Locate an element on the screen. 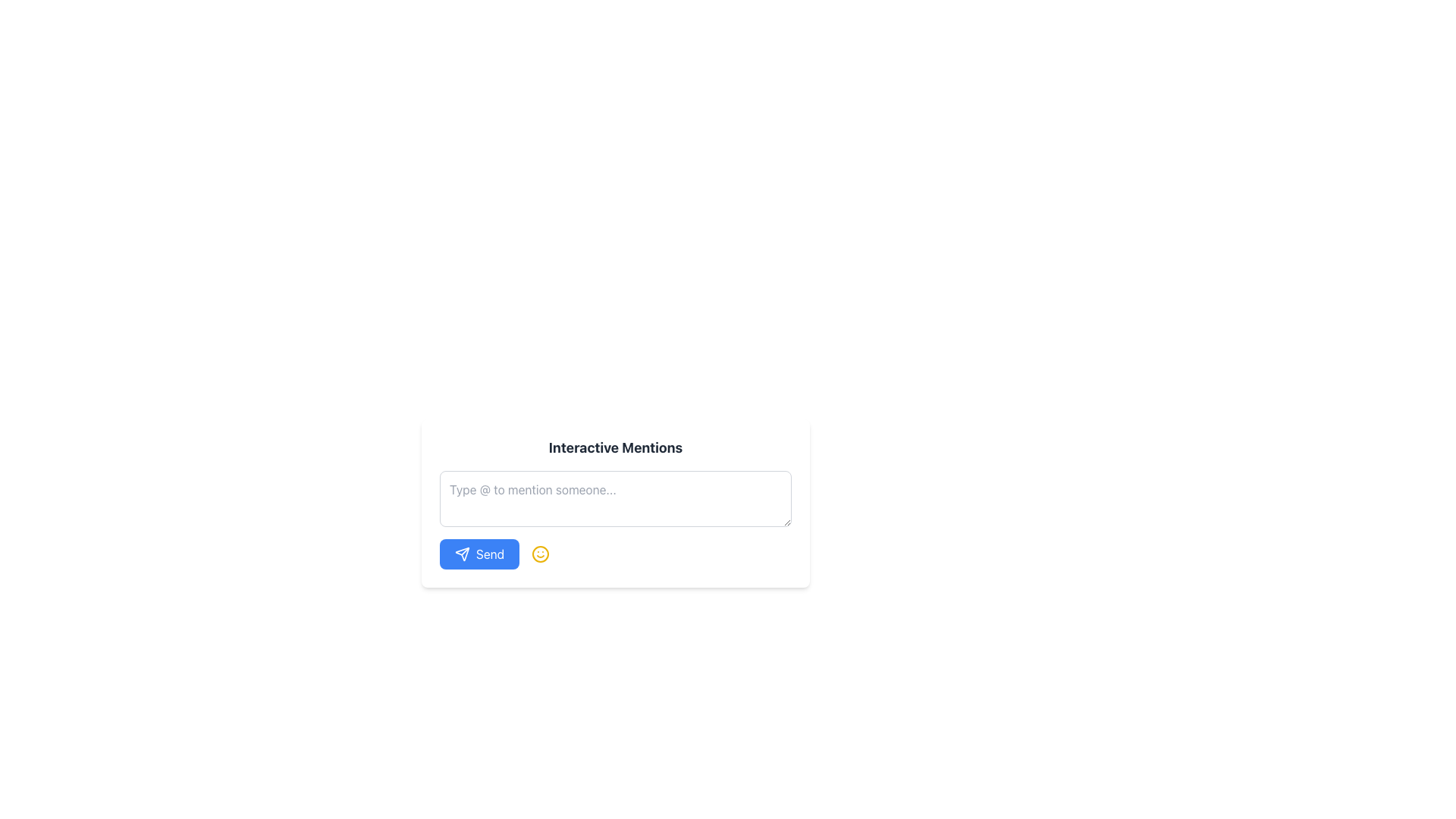 Image resolution: width=1456 pixels, height=819 pixels. the 'Send' icon, which visually indicates the action to submit or dispatch information, located on the left side of the blue 'Send' button is located at coordinates (461, 554).